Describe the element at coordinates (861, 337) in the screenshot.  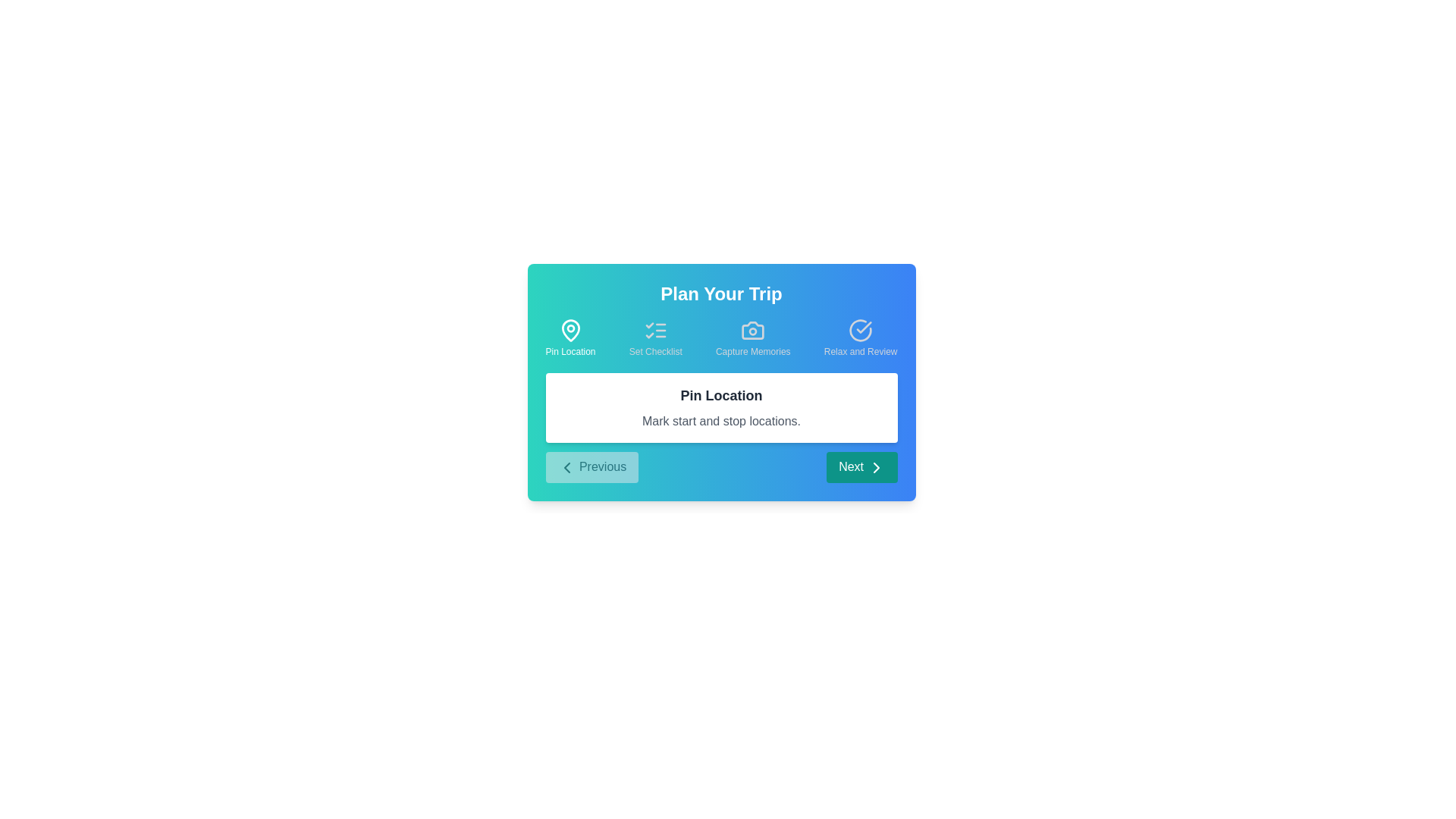
I see `the step icon corresponding to Relax and Review` at that location.